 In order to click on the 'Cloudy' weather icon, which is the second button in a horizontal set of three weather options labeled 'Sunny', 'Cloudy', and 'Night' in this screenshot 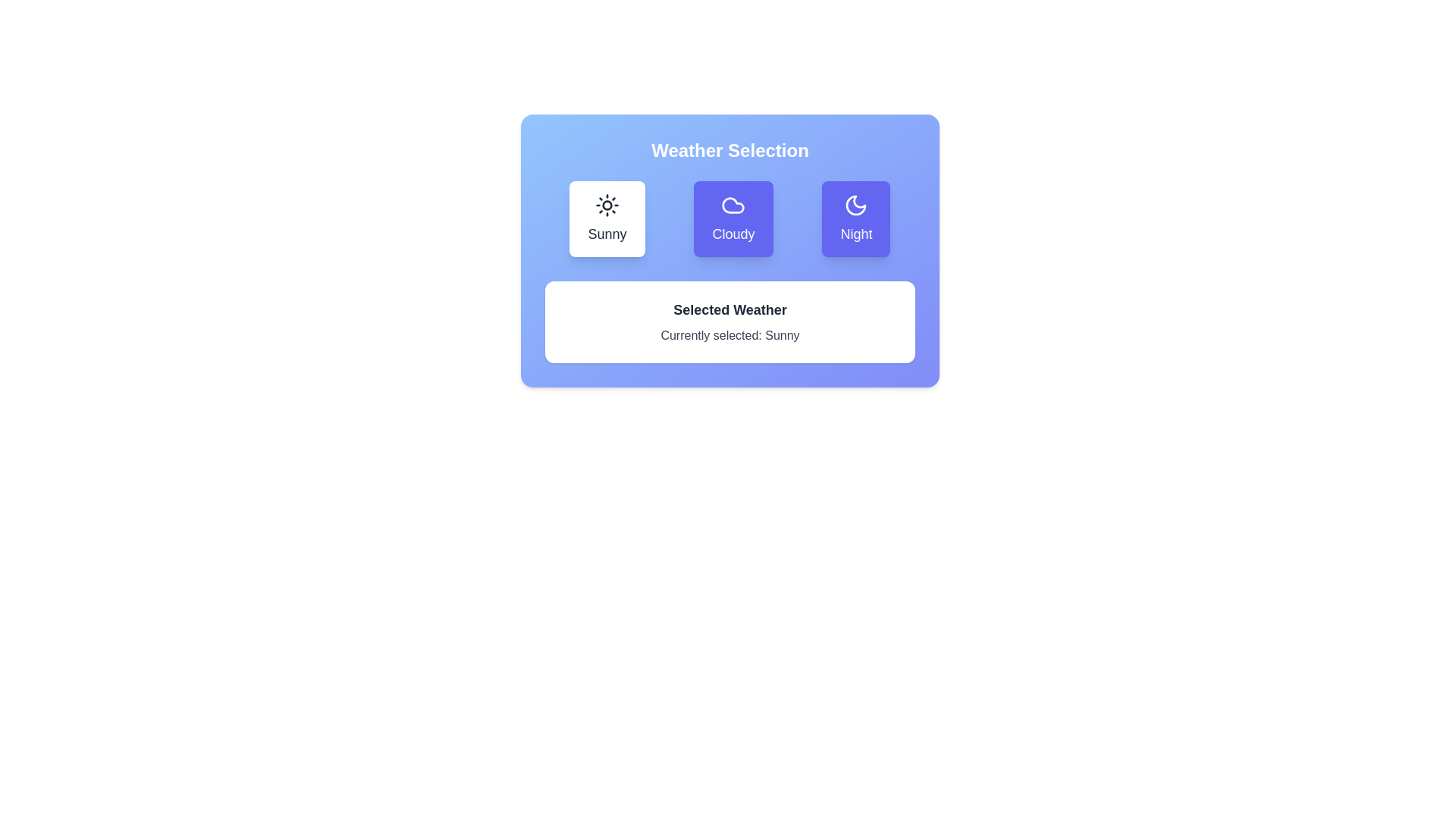, I will do `click(733, 205)`.